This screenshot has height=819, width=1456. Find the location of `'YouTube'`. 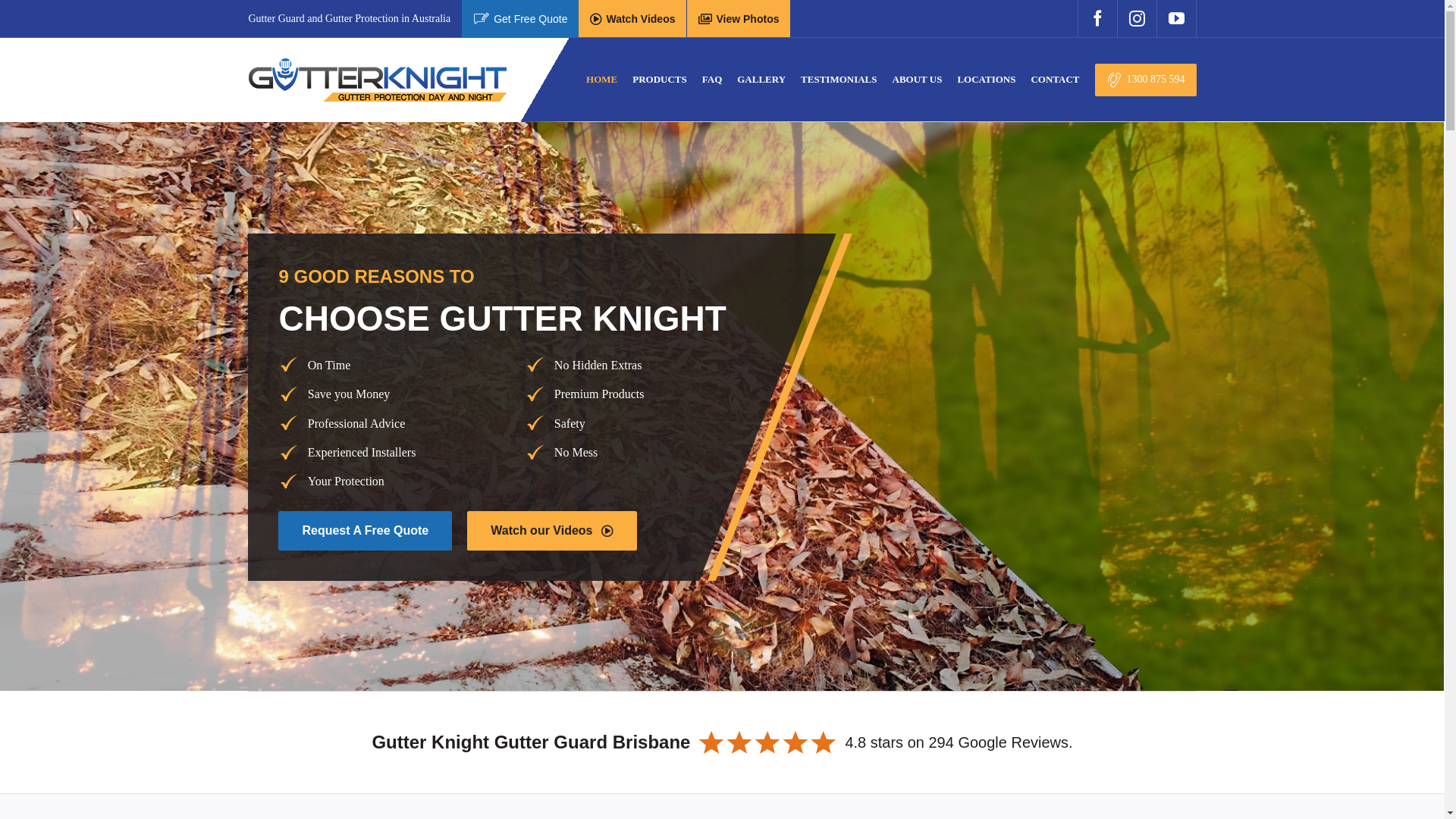

'YouTube' is located at coordinates (1175, 18).